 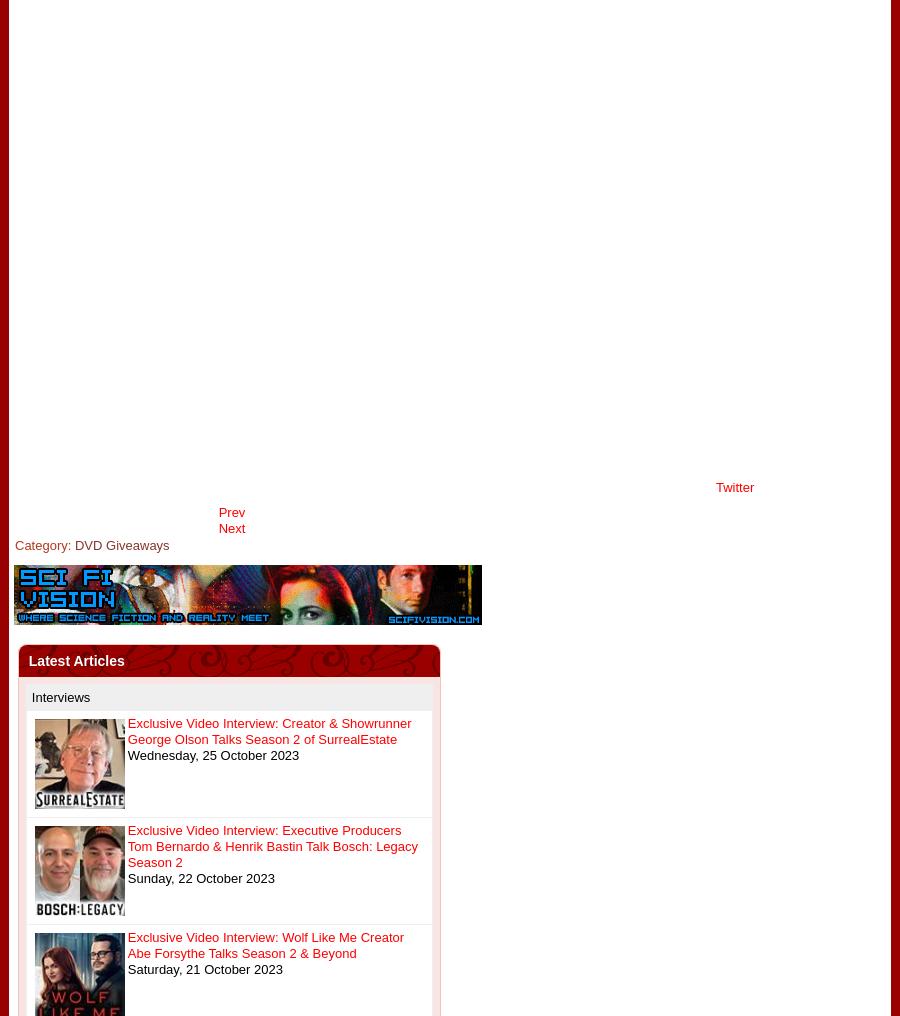 I want to click on 'Prev', so click(x=230, y=511).